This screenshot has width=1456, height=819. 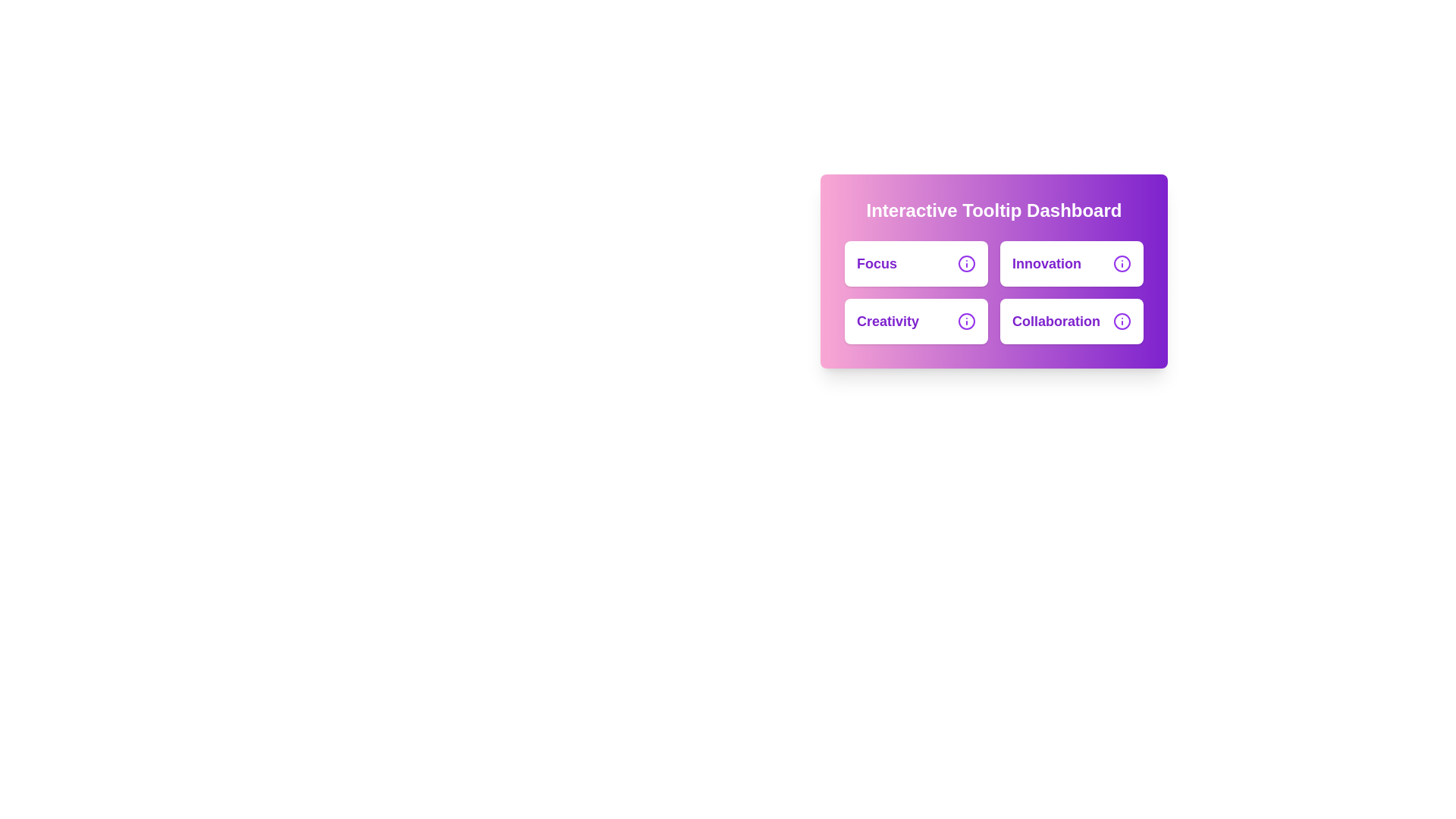 What do you see at coordinates (915, 262) in the screenshot?
I see `the first card in the top-left corner of the 'Interactive Tooltip Dashboard'` at bounding box center [915, 262].